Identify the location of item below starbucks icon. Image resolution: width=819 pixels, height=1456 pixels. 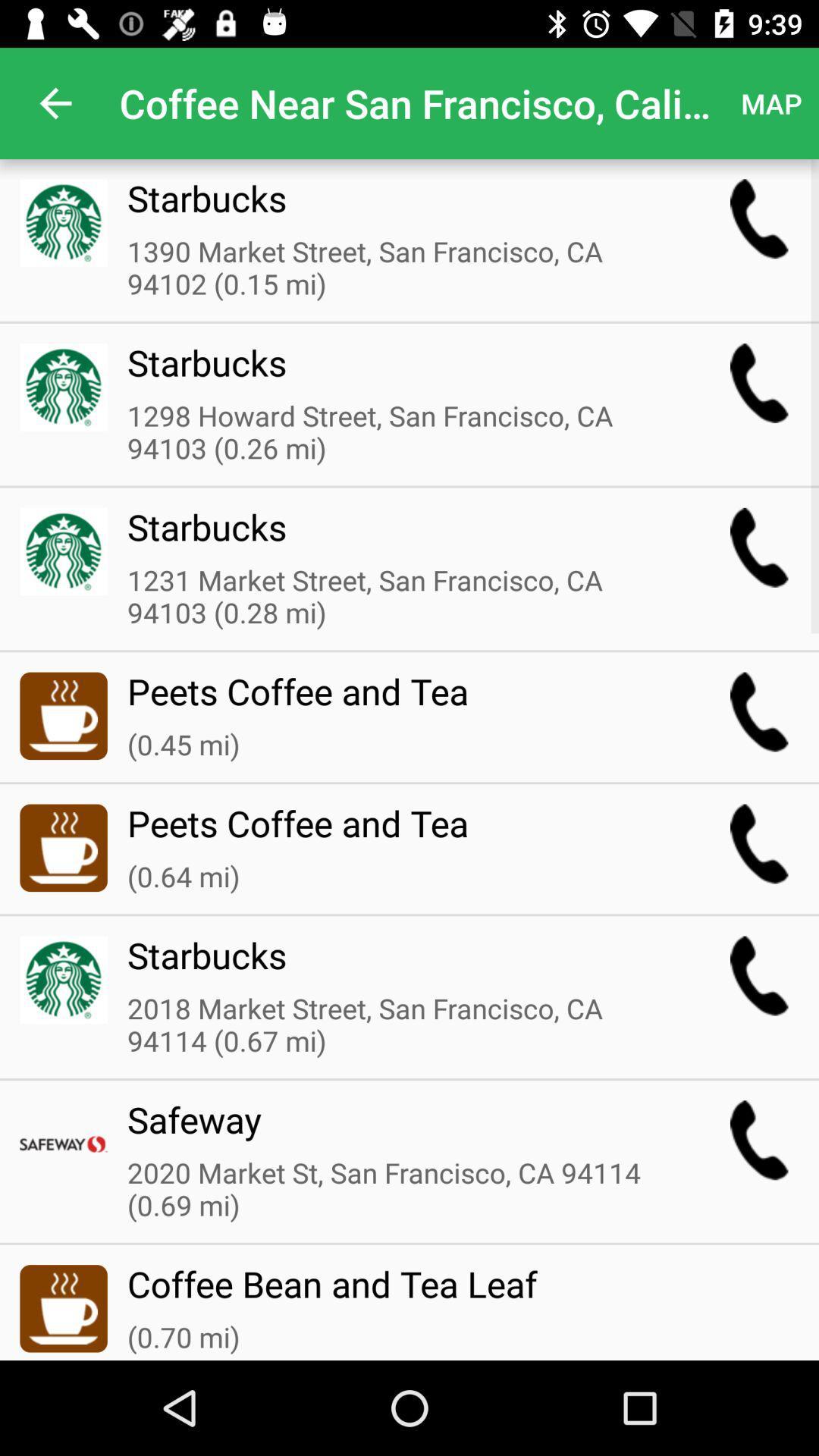
(397, 432).